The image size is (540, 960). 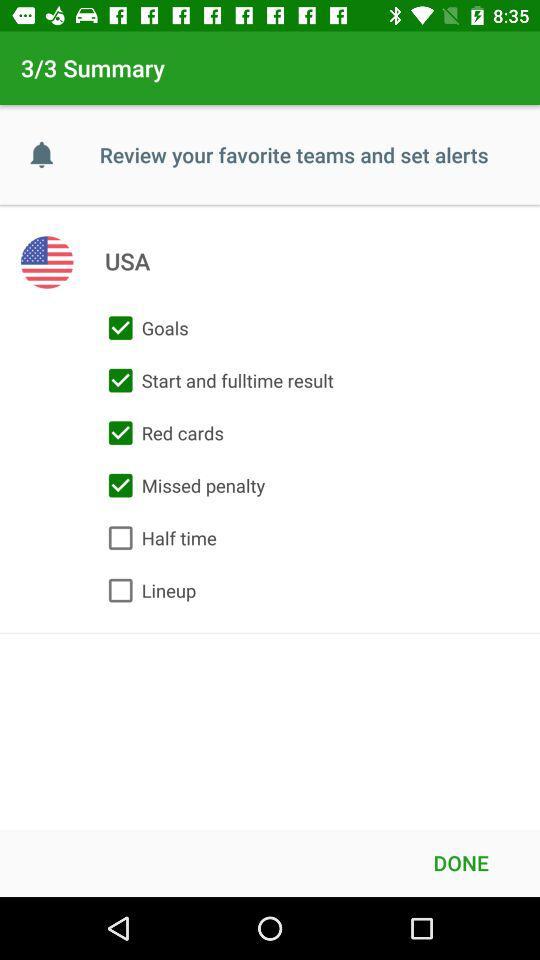 I want to click on the item below the usa item, so click(x=143, y=328).